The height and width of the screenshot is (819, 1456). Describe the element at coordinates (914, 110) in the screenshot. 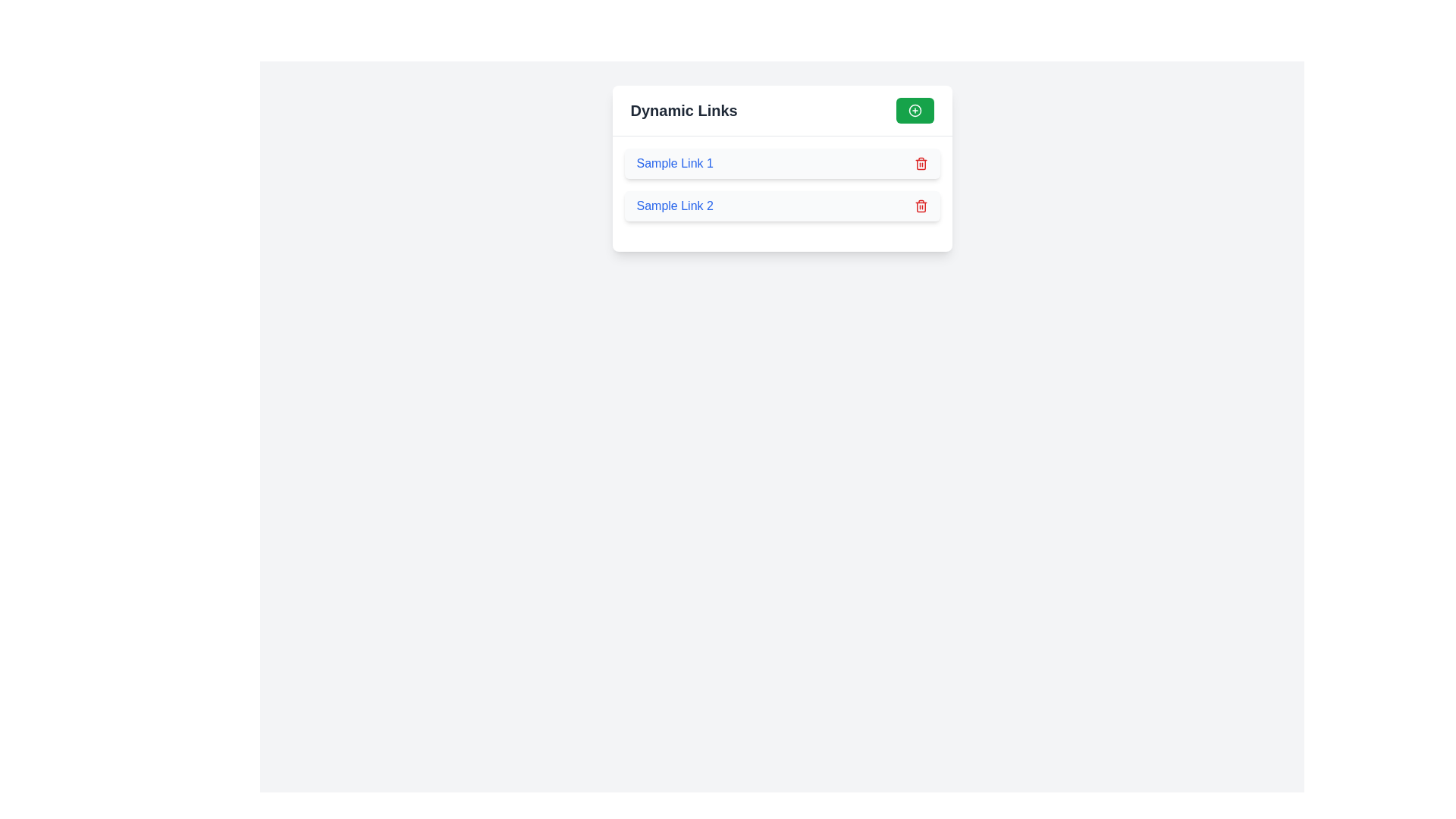

I see `the green rounded rectangular button with a white circle and cross symbol located in the 'Dynamic Links' section` at that location.